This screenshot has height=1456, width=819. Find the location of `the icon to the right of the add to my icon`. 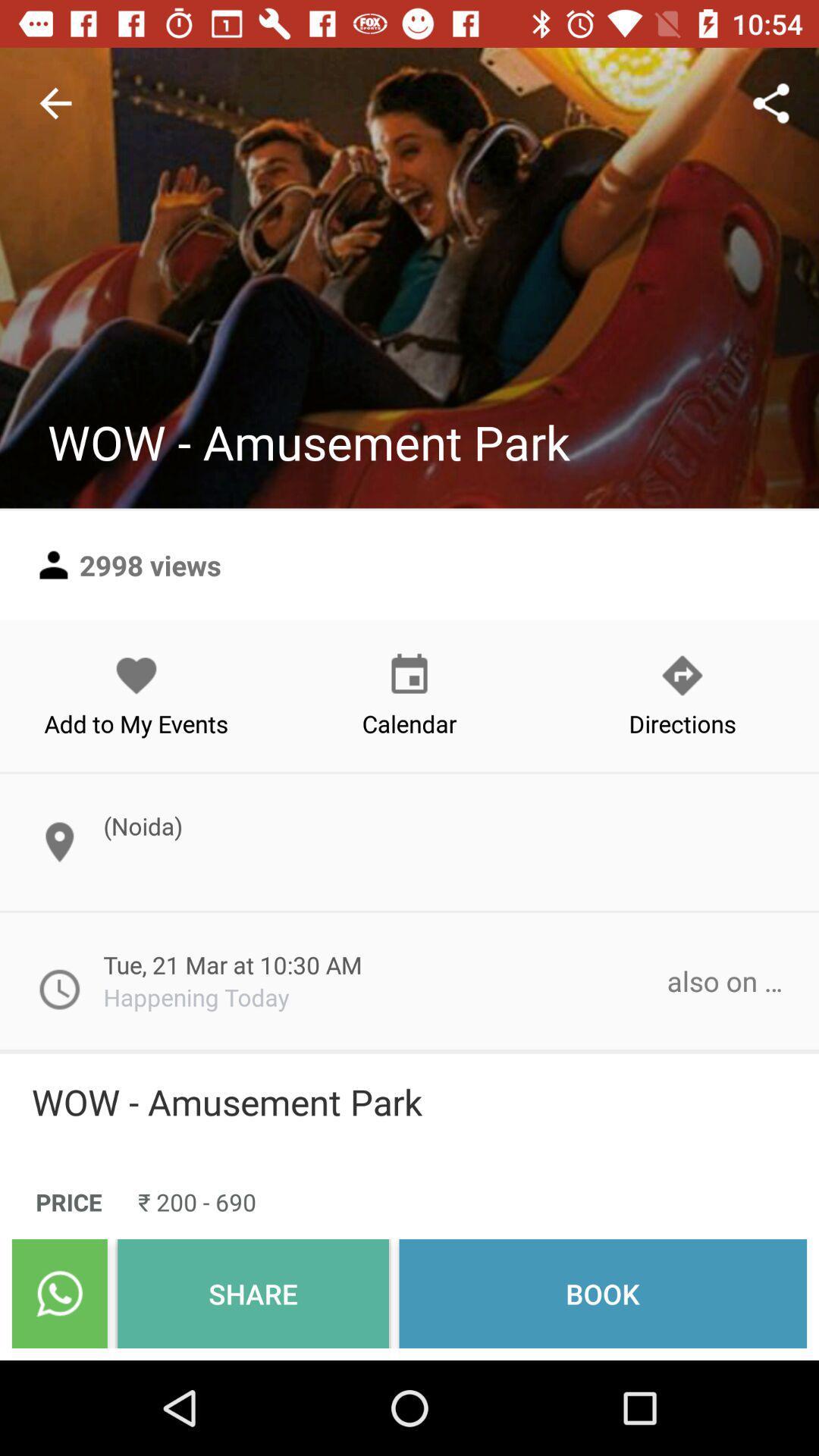

the icon to the right of the add to my icon is located at coordinates (409, 695).